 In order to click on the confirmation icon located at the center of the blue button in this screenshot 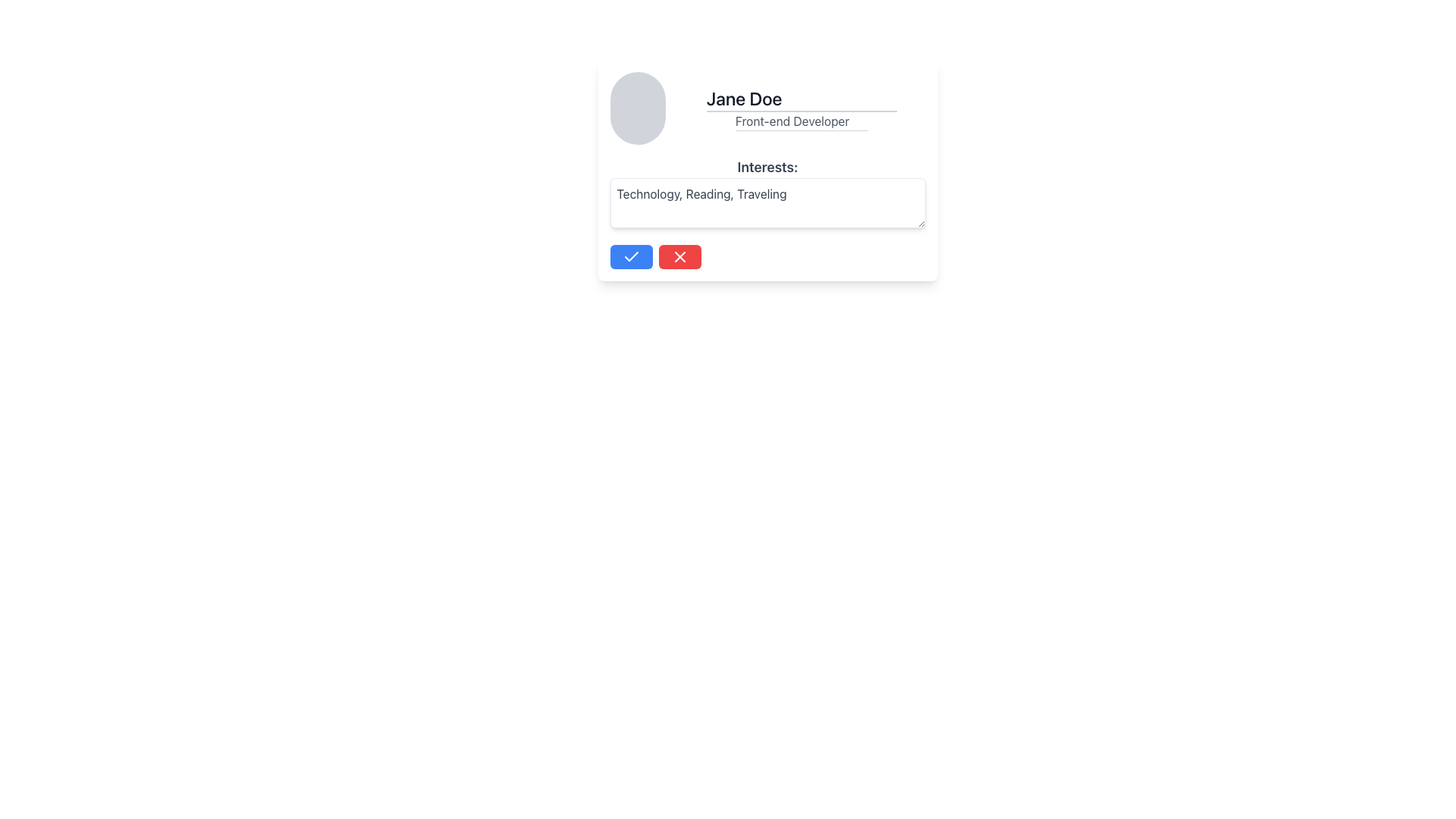, I will do `click(631, 256)`.